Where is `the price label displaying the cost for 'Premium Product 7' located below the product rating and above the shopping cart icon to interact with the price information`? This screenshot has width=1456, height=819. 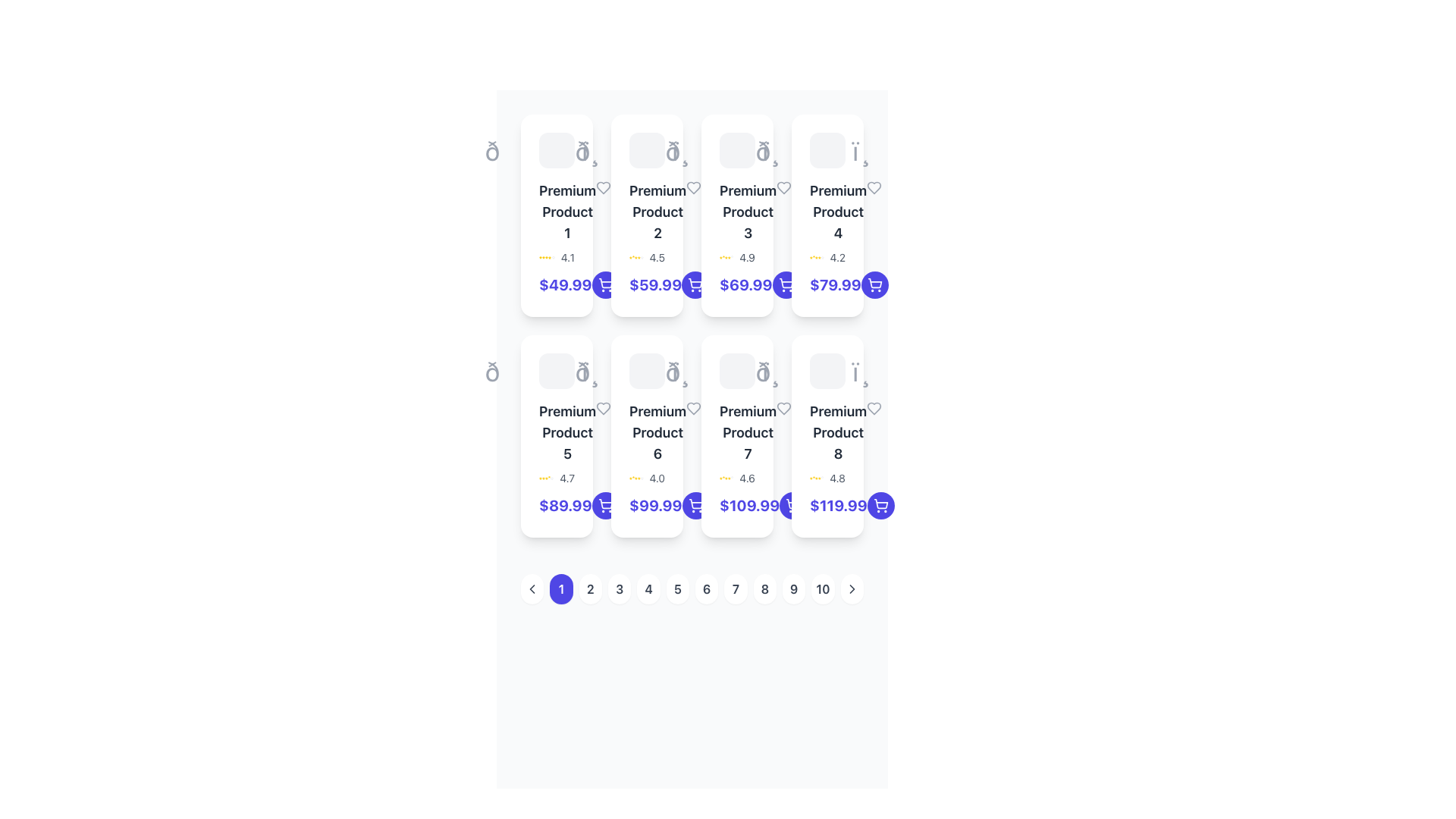
the price label displaying the cost for 'Premium Product 7' located below the product rating and above the shopping cart icon to interact with the price information is located at coordinates (737, 506).